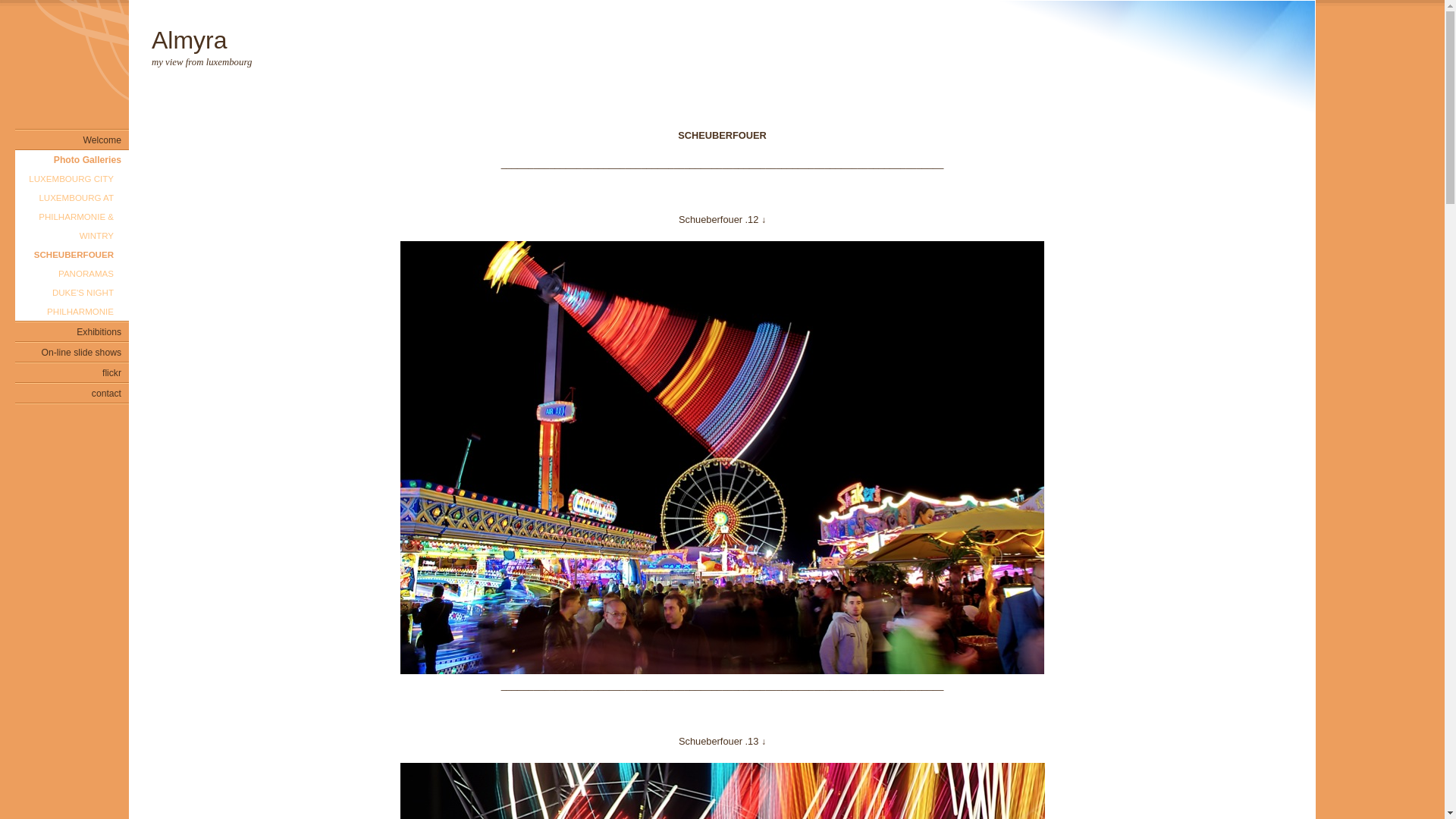 The height and width of the screenshot is (819, 1456). Describe the element at coordinates (71, 310) in the screenshot. I see `'PHILHARMONIE'` at that location.